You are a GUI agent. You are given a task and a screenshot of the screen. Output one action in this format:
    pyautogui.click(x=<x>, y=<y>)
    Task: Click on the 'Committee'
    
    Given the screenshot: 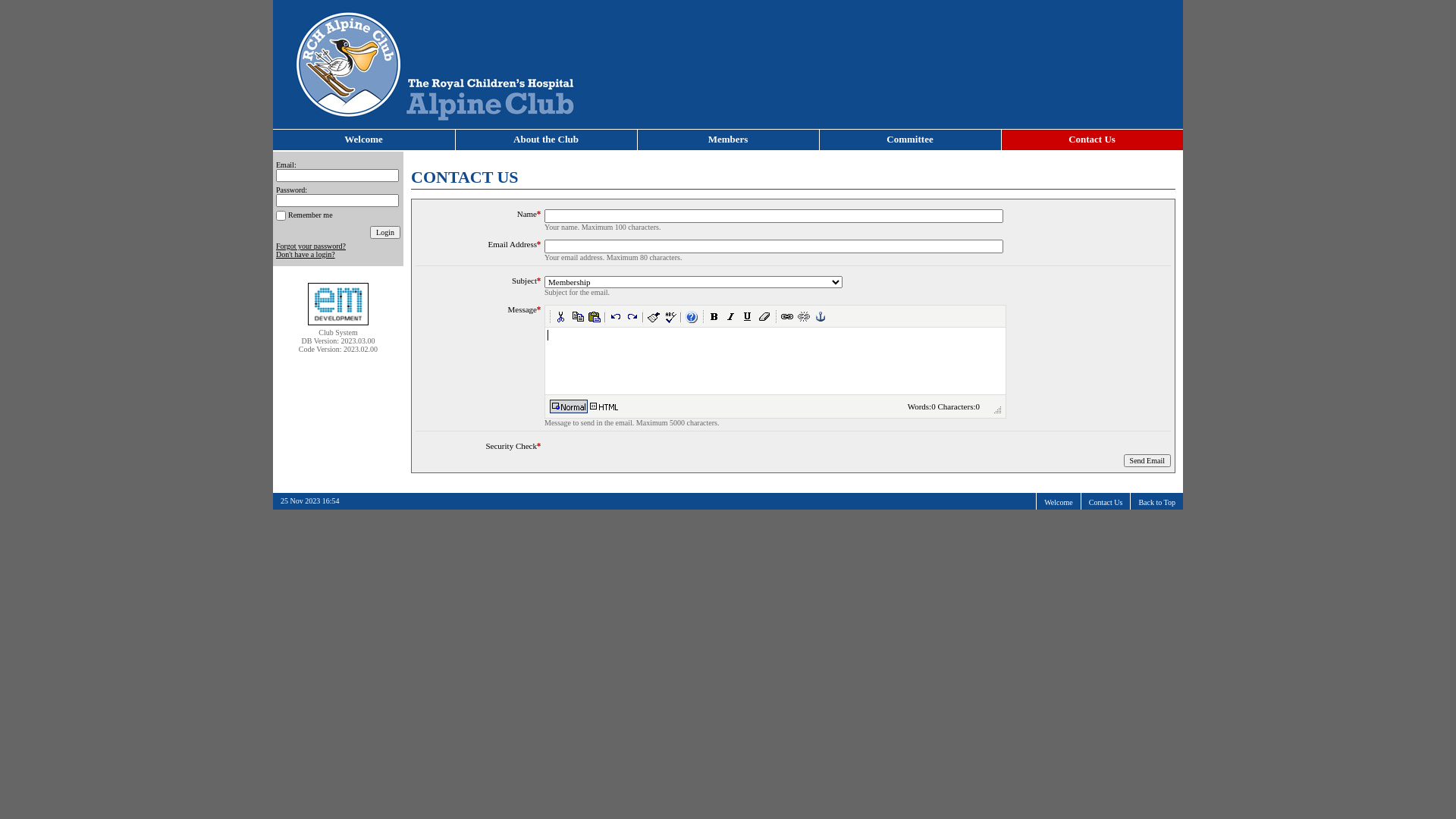 What is the action you would take?
    pyautogui.click(x=910, y=140)
    